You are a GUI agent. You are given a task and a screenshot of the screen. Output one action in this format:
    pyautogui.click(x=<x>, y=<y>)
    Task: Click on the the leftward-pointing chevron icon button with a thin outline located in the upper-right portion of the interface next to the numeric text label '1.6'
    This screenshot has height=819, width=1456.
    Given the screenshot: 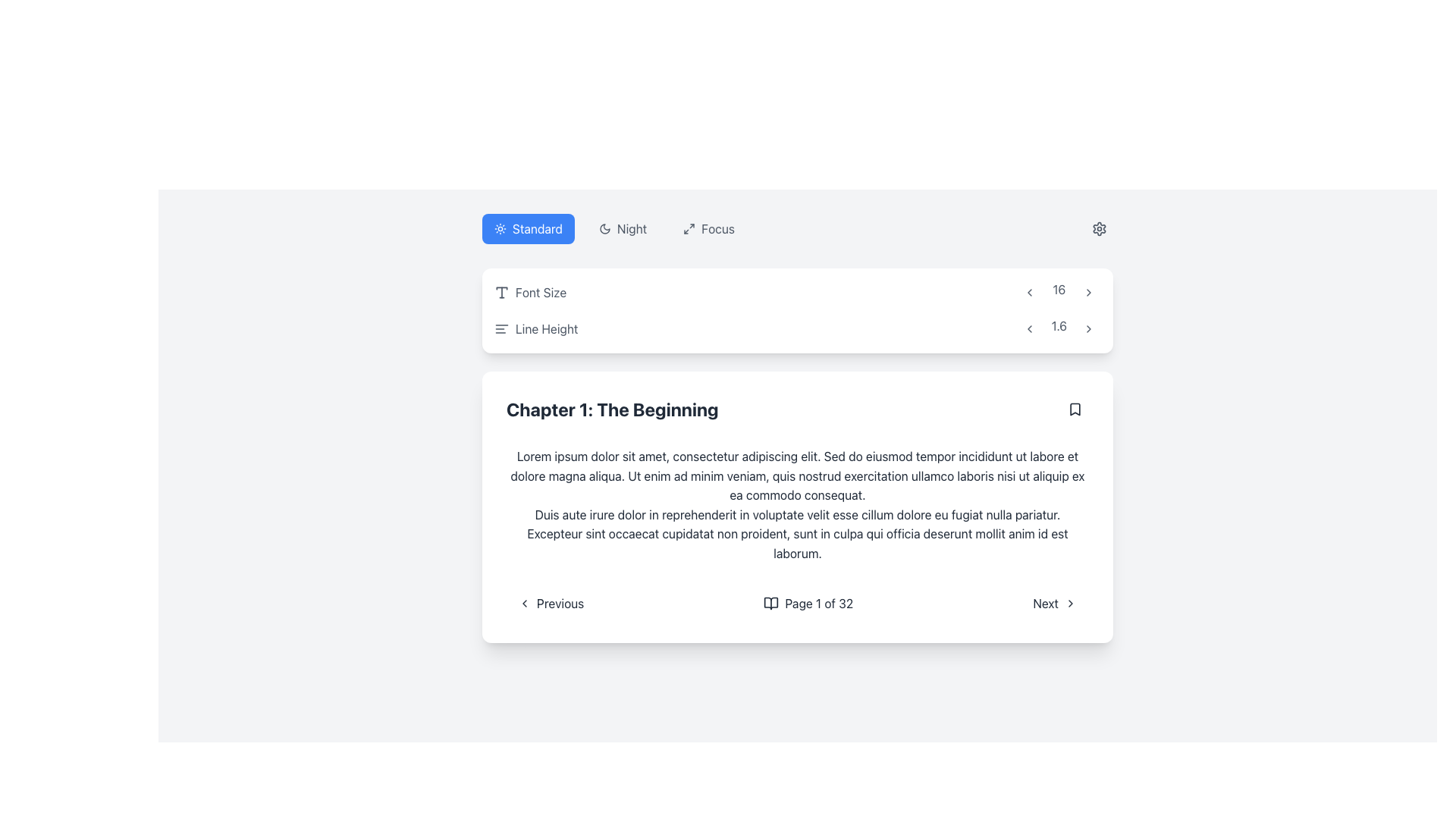 What is the action you would take?
    pyautogui.click(x=1029, y=328)
    